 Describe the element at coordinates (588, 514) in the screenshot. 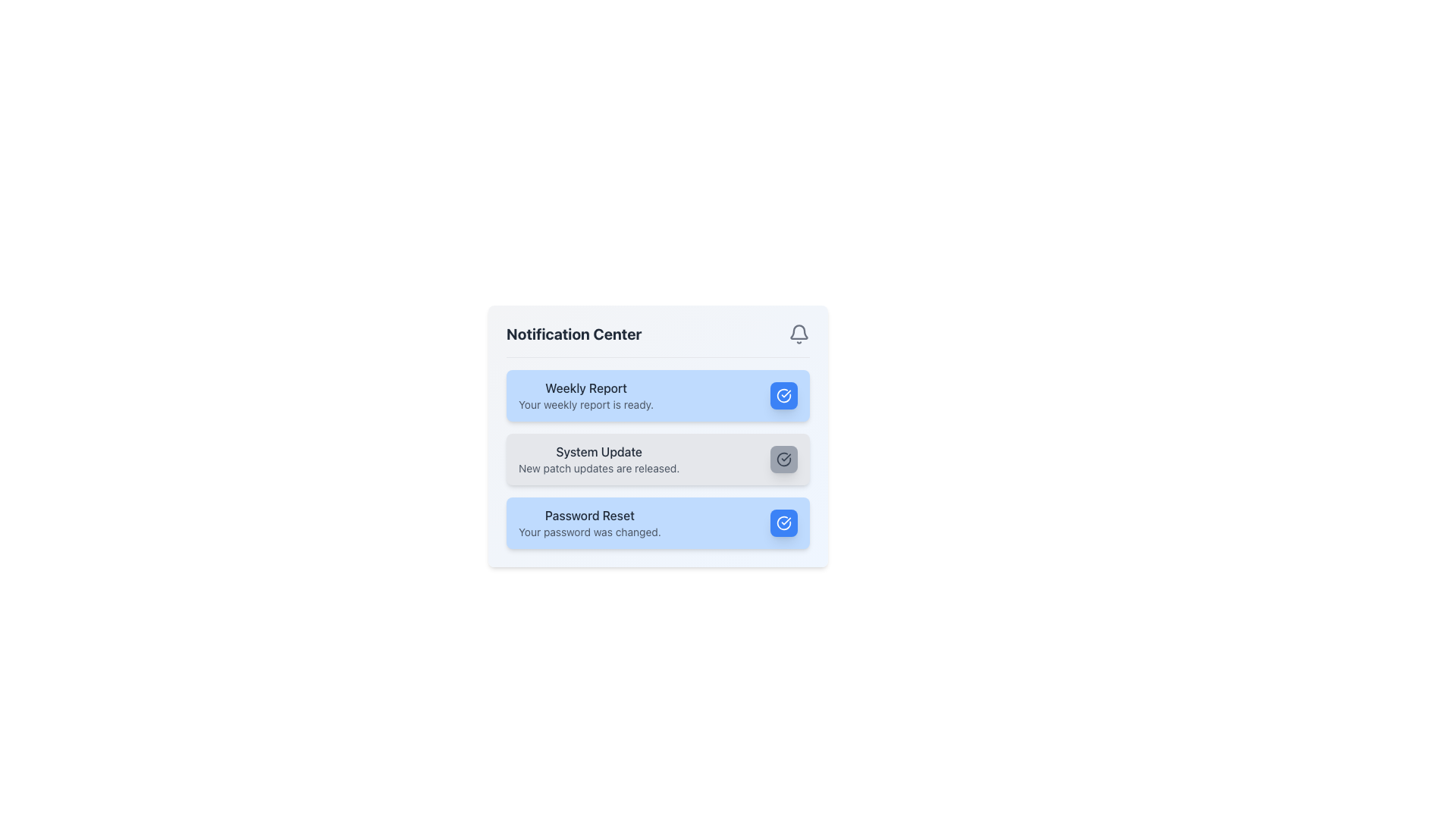

I see `the 'Password Reset' text label, which is styled in medium-weight dark gray font against a light blue background, located at the bottom of the notifications list in the notification card` at that location.